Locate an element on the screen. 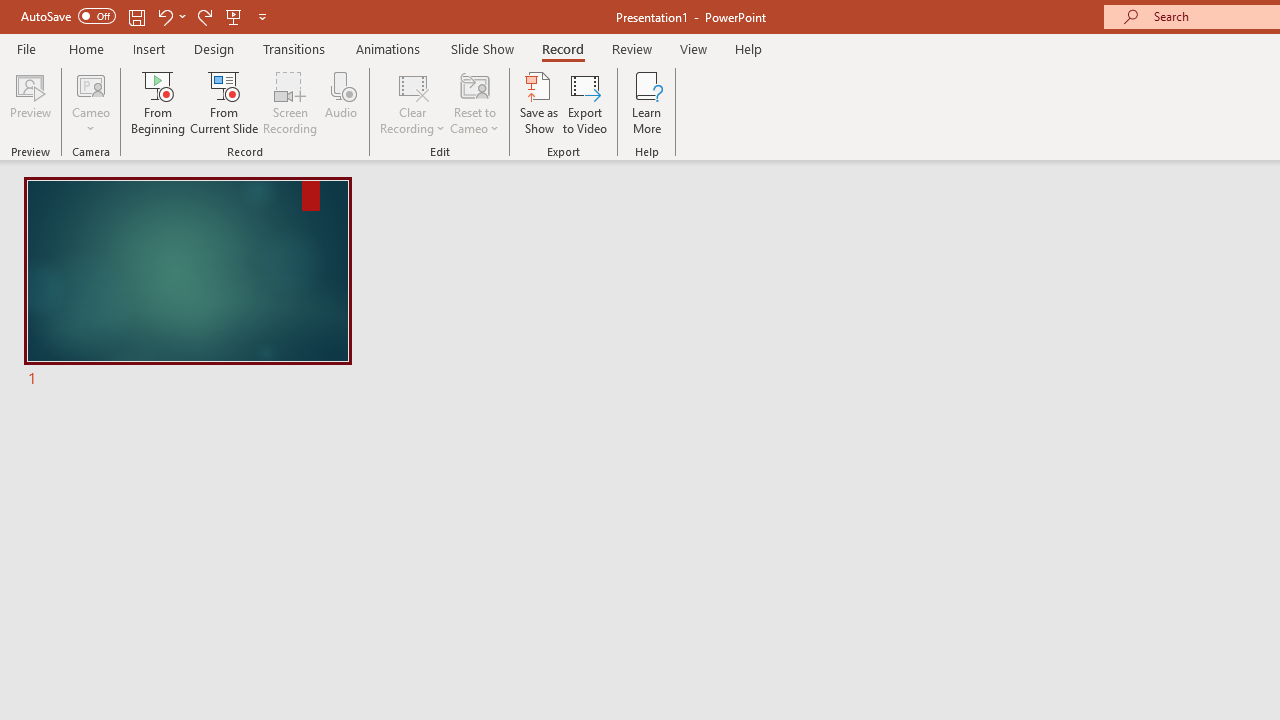  'Save as Show' is located at coordinates (539, 103).